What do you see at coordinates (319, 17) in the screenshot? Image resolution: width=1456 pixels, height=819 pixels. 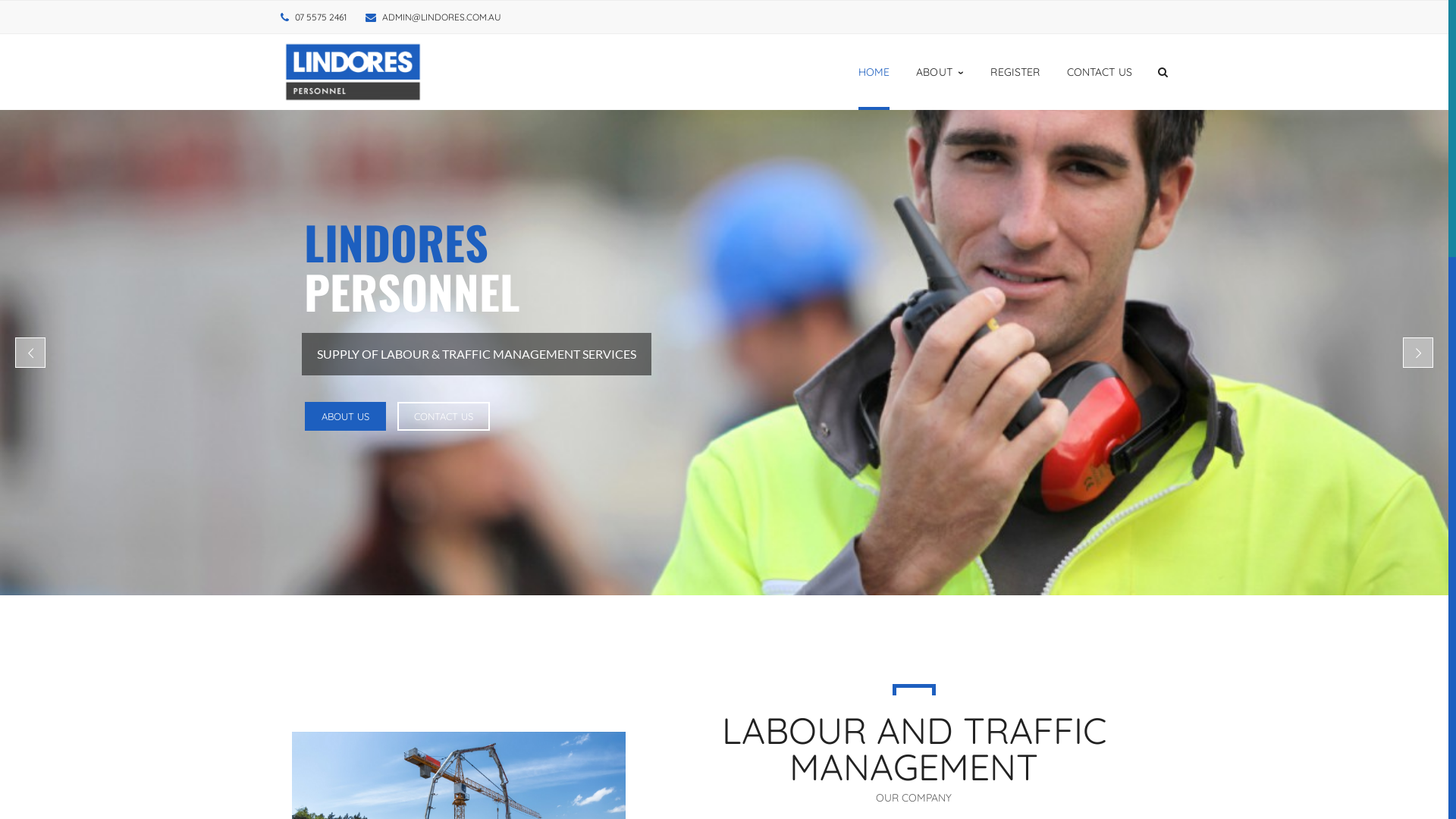 I see `'07 5575 2461'` at bounding box center [319, 17].